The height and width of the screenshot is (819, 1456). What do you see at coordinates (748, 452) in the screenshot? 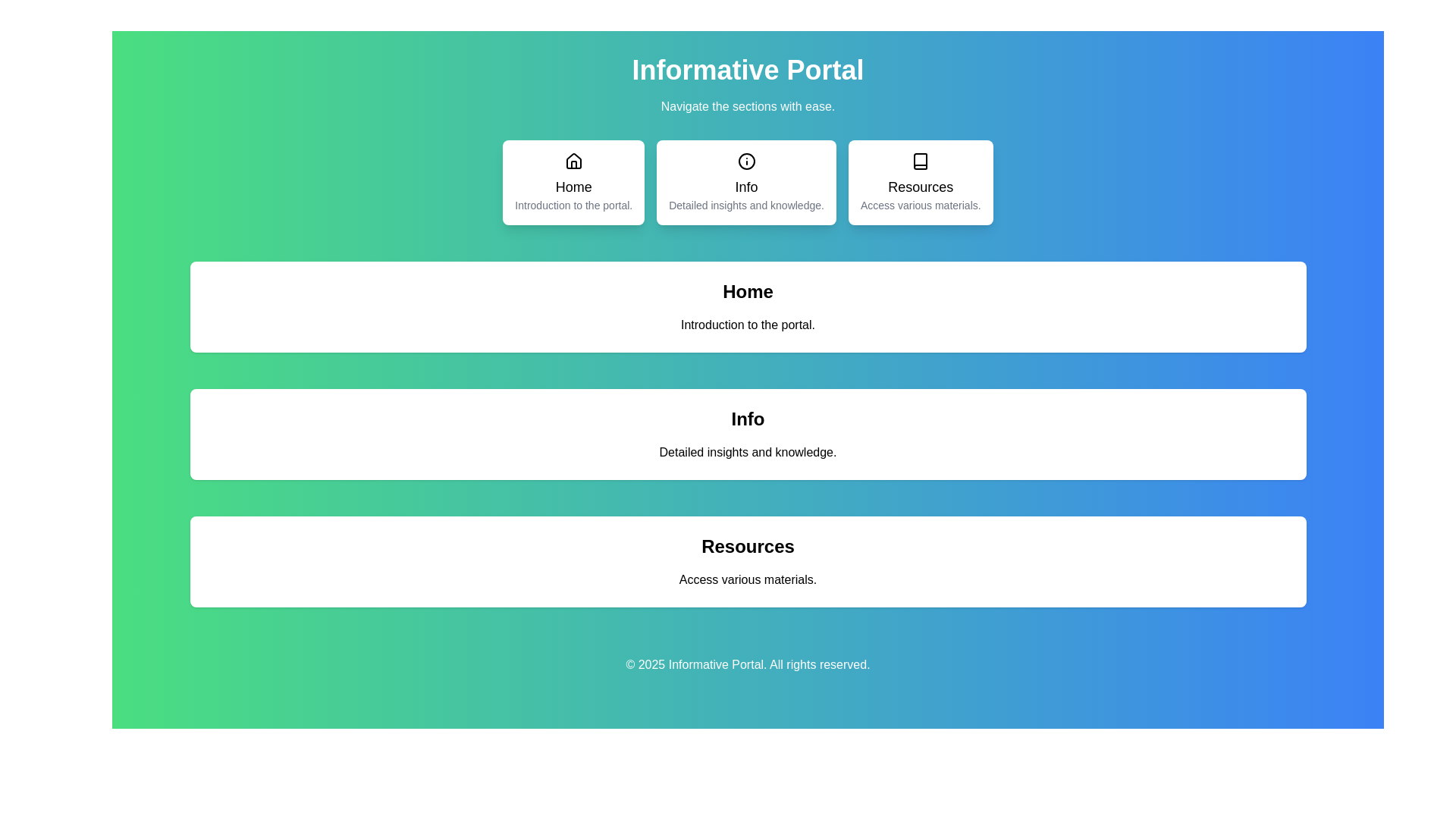
I see `text displayed in the Text Label that shows 'Detailed insights and knowledge.' located below the title 'Info.'` at bounding box center [748, 452].